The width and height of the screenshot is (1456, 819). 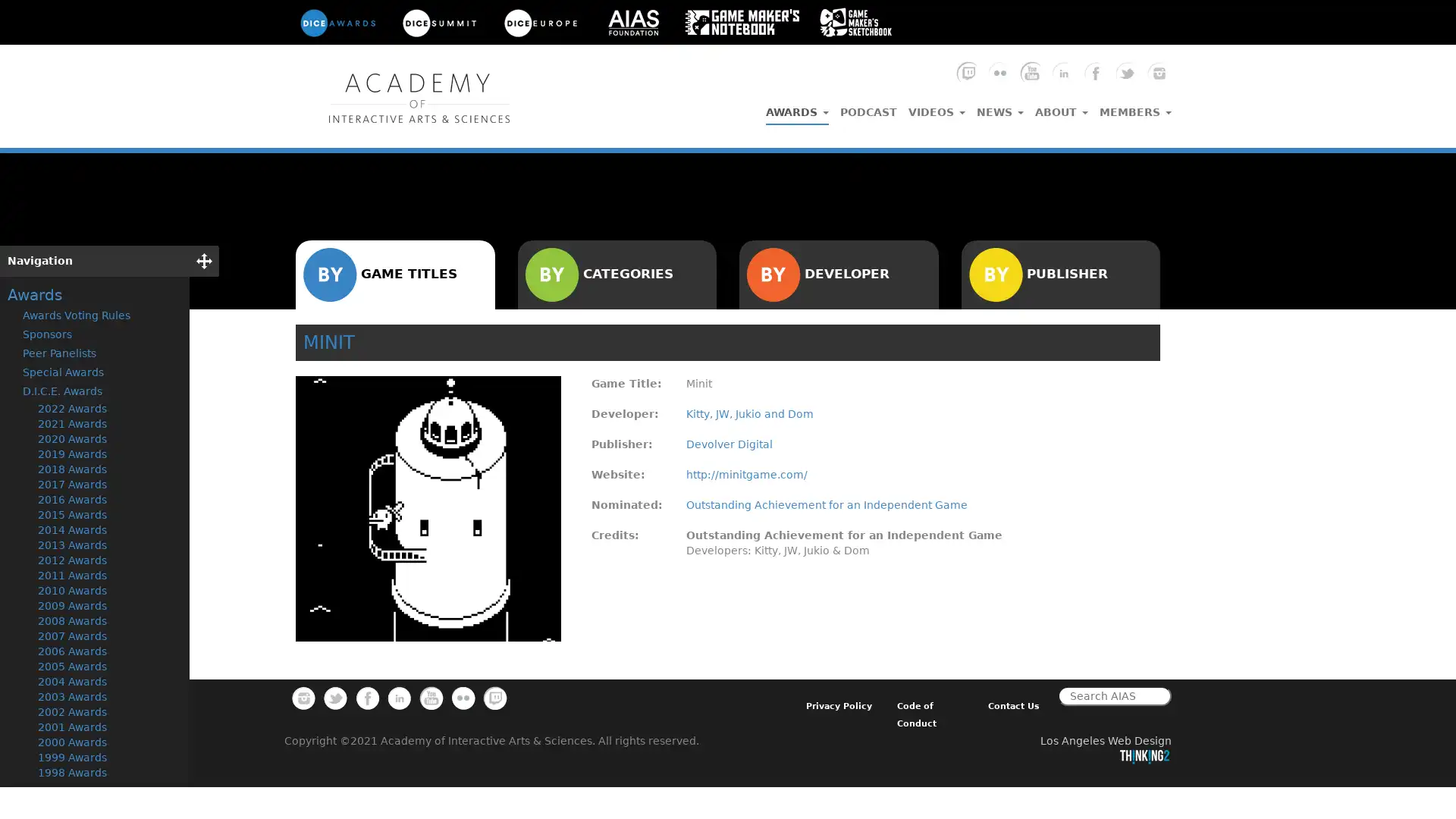 What do you see at coordinates (936, 107) in the screenshot?
I see `VIDEOS` at bounding box center [936, 107].